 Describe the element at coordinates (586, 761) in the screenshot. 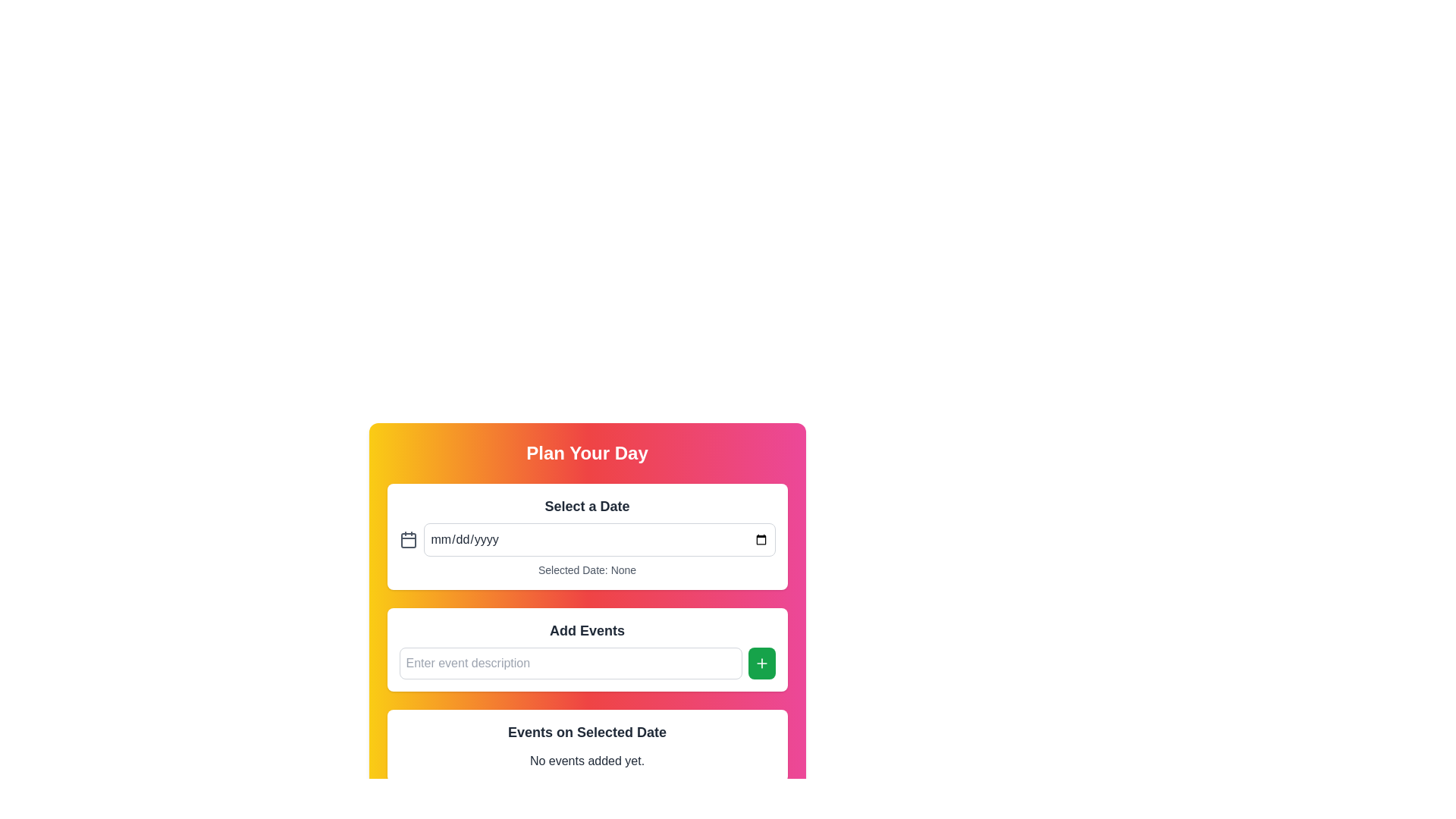

I see `the text label that reads 'No events added yet.' located in the 'Events on Selected Date' section` at that location.